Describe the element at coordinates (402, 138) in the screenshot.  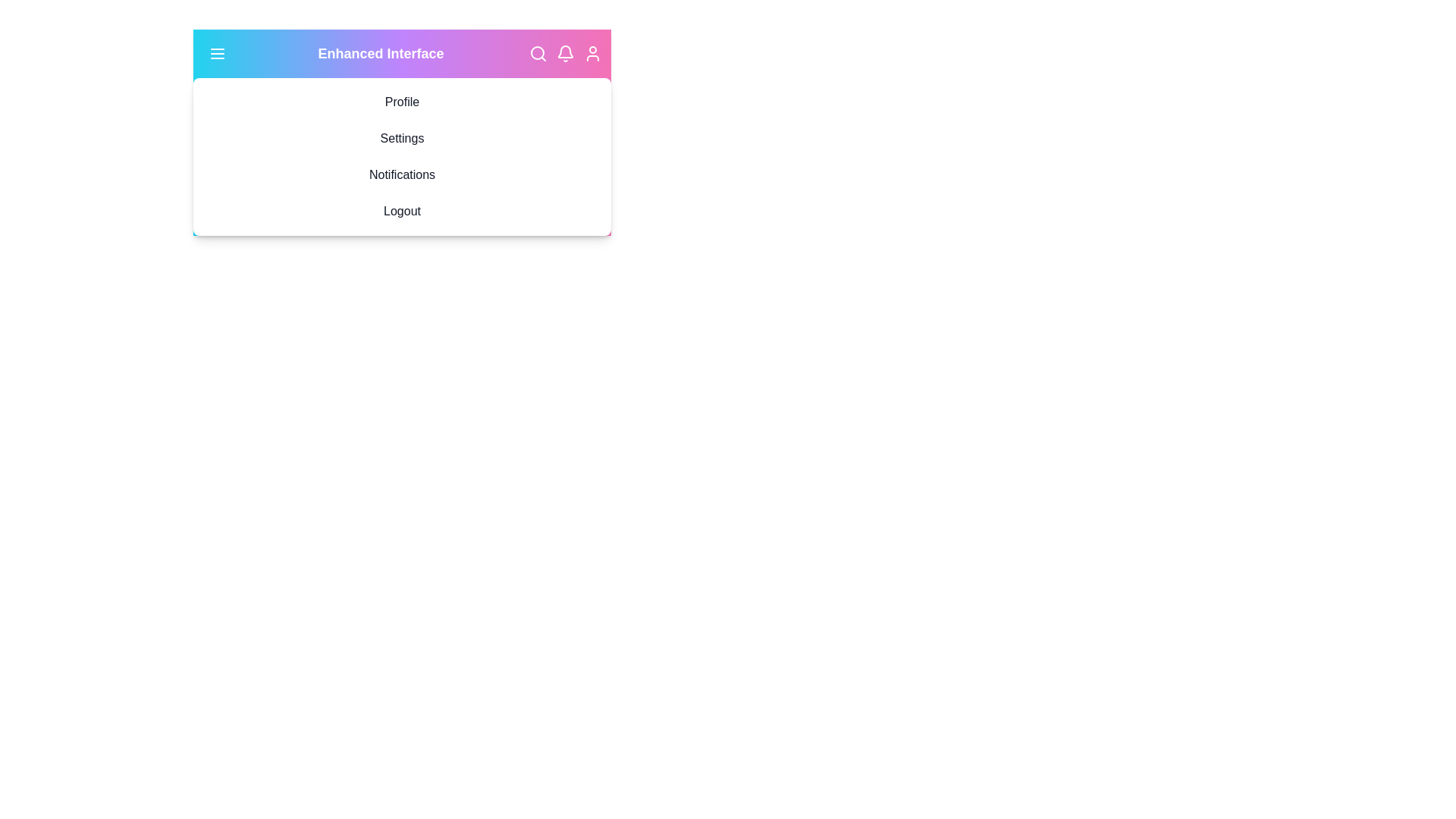
I see `the dropdown menu option Settings by clicking it` at that location.